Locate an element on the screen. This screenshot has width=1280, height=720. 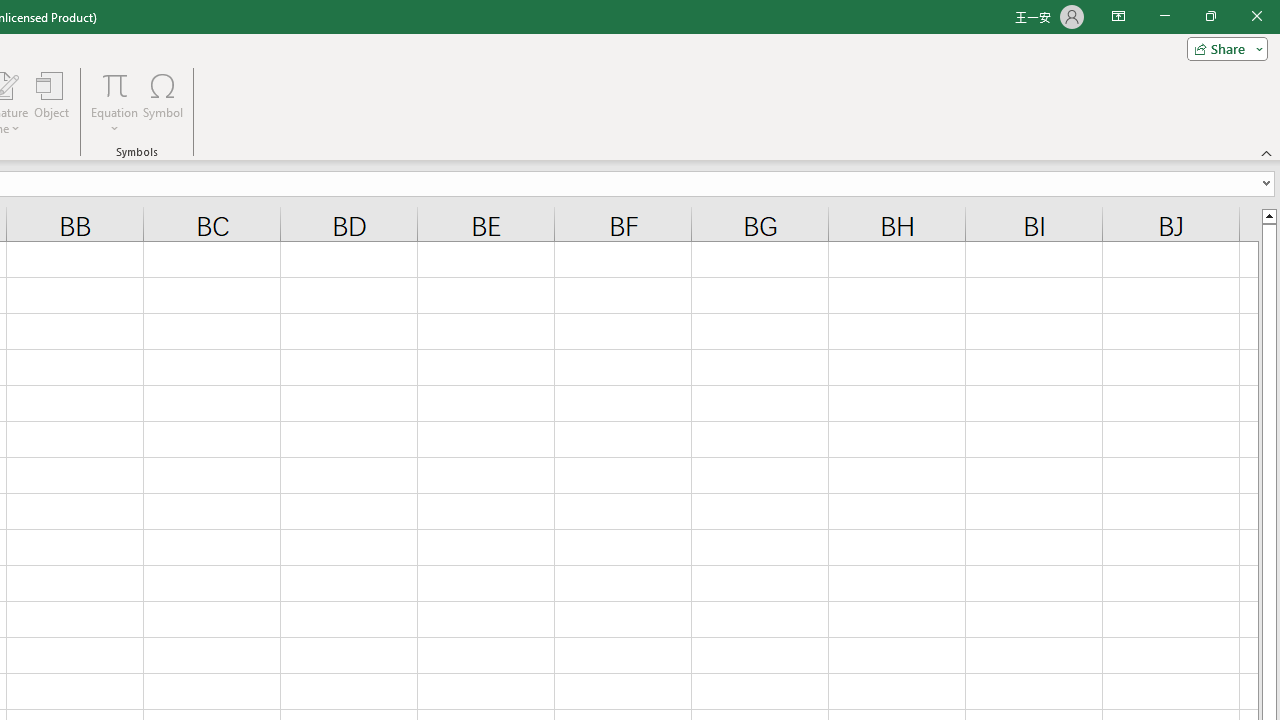
'Share' is located at coordinates (1222, 47).